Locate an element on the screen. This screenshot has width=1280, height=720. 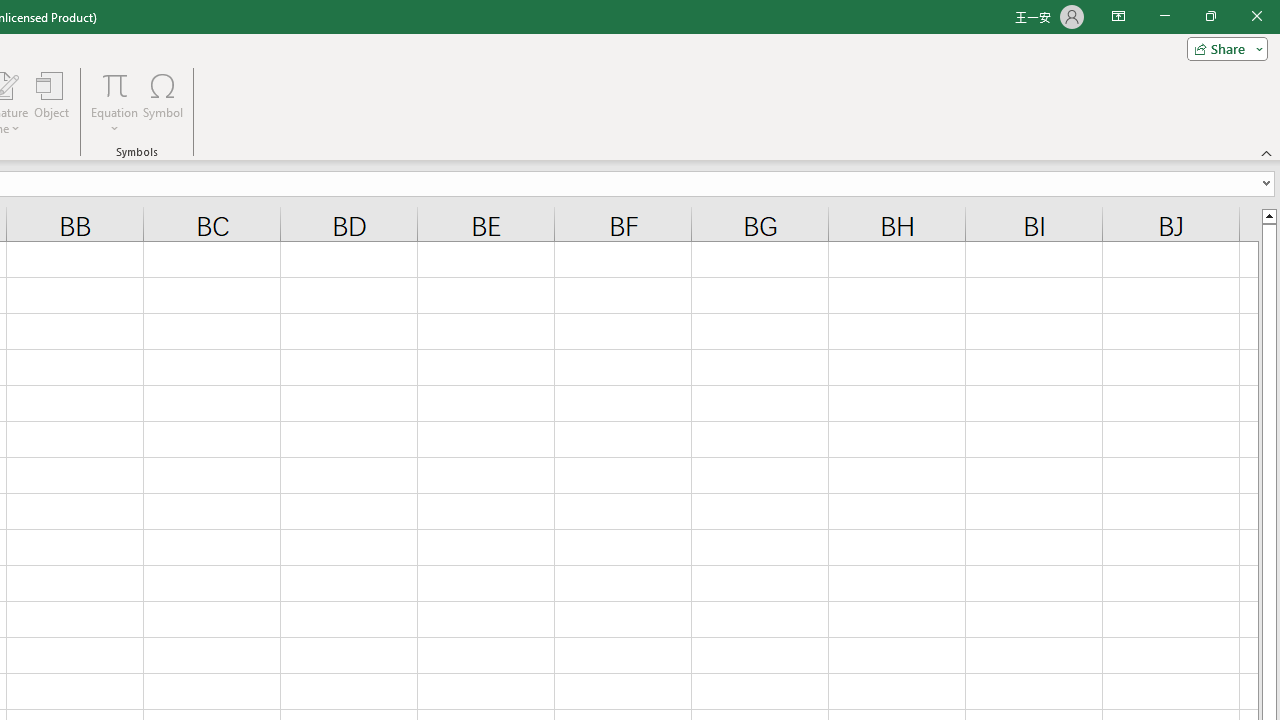
'Share' is located at coordinates (1222, 47).